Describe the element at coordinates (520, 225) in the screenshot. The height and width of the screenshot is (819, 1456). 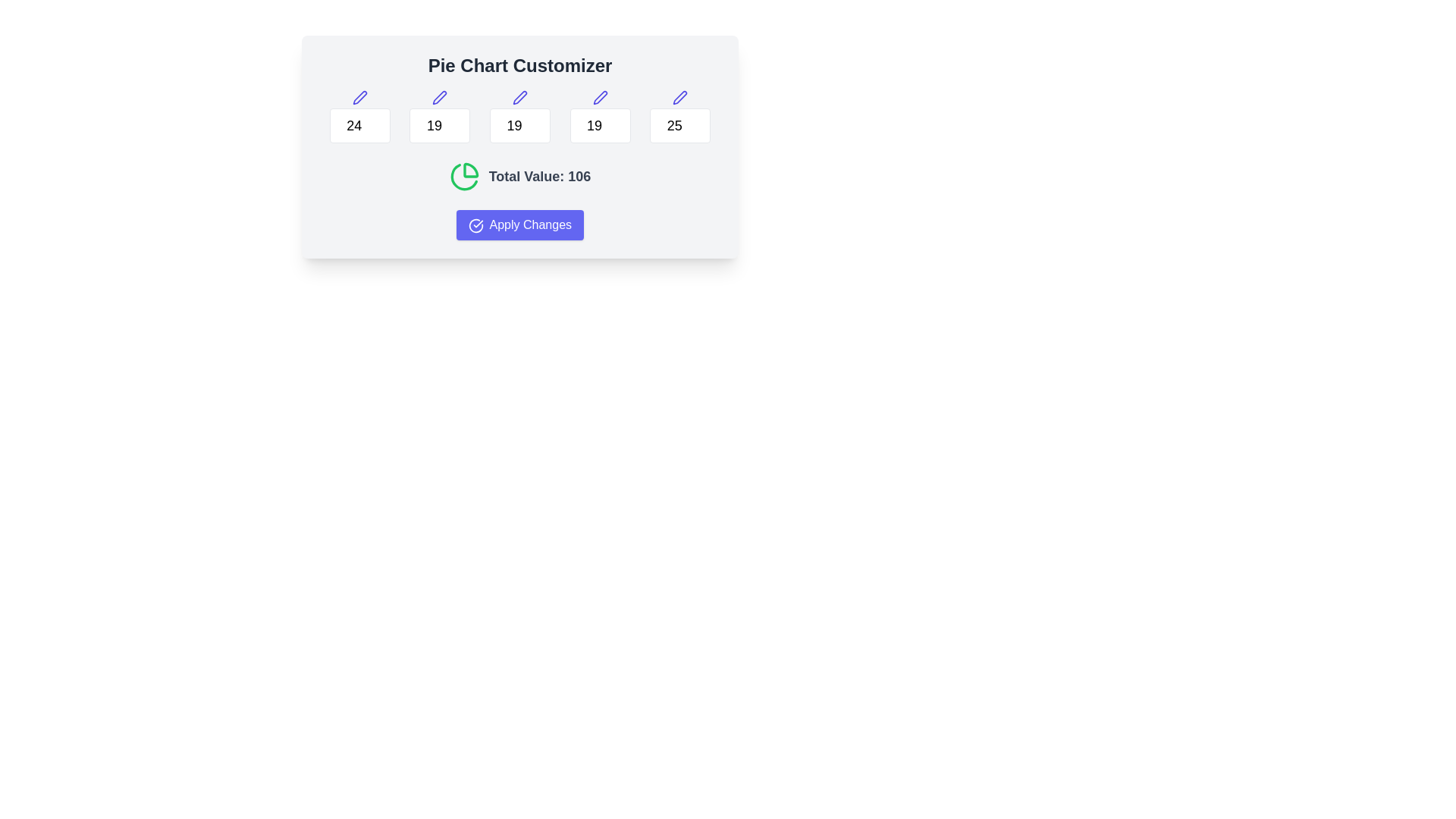
I see `the button located at the bottom center of the 'Pie Chart Customizer' section` at that location.